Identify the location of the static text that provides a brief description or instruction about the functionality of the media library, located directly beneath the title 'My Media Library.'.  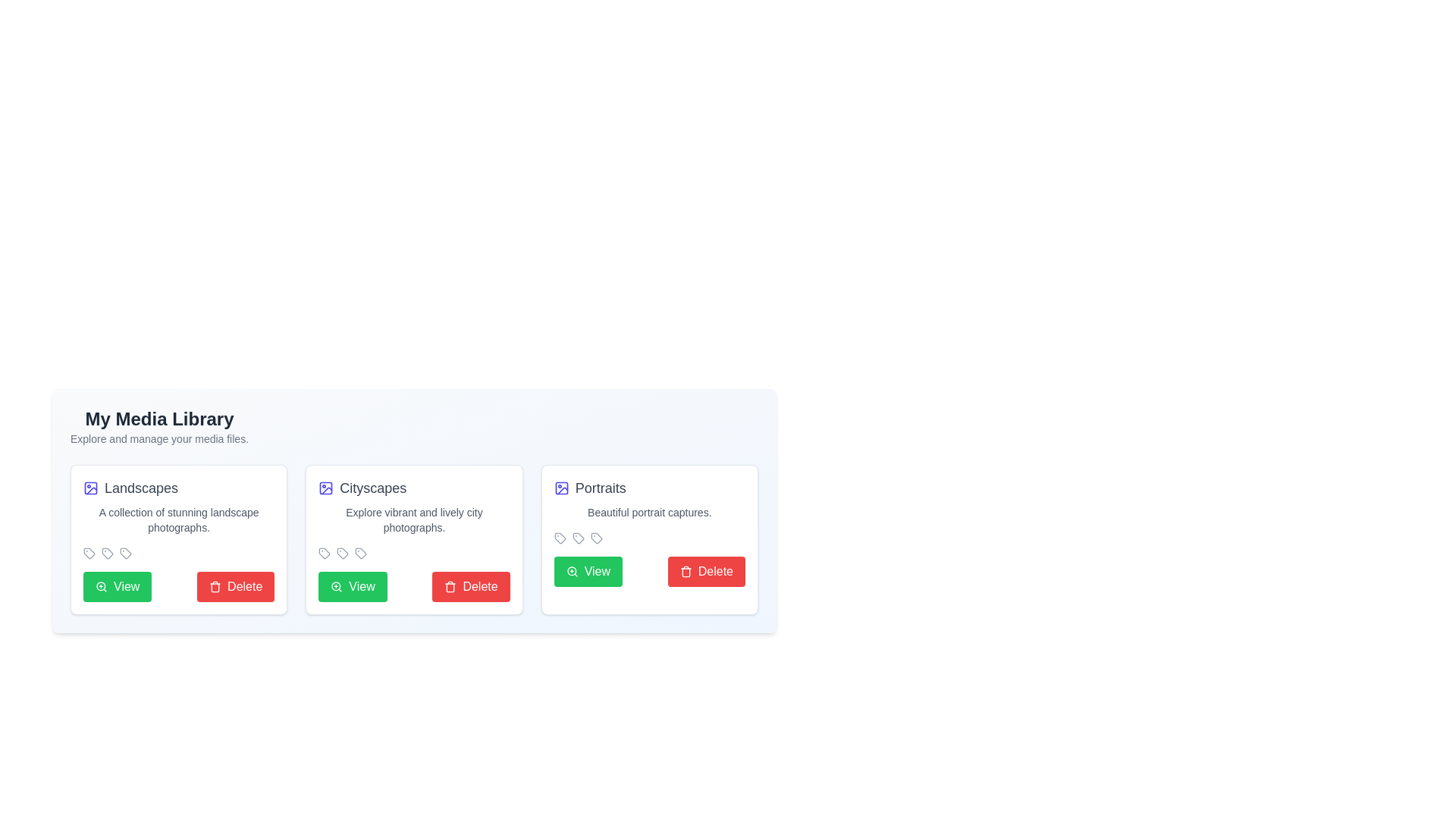
(159, 438).